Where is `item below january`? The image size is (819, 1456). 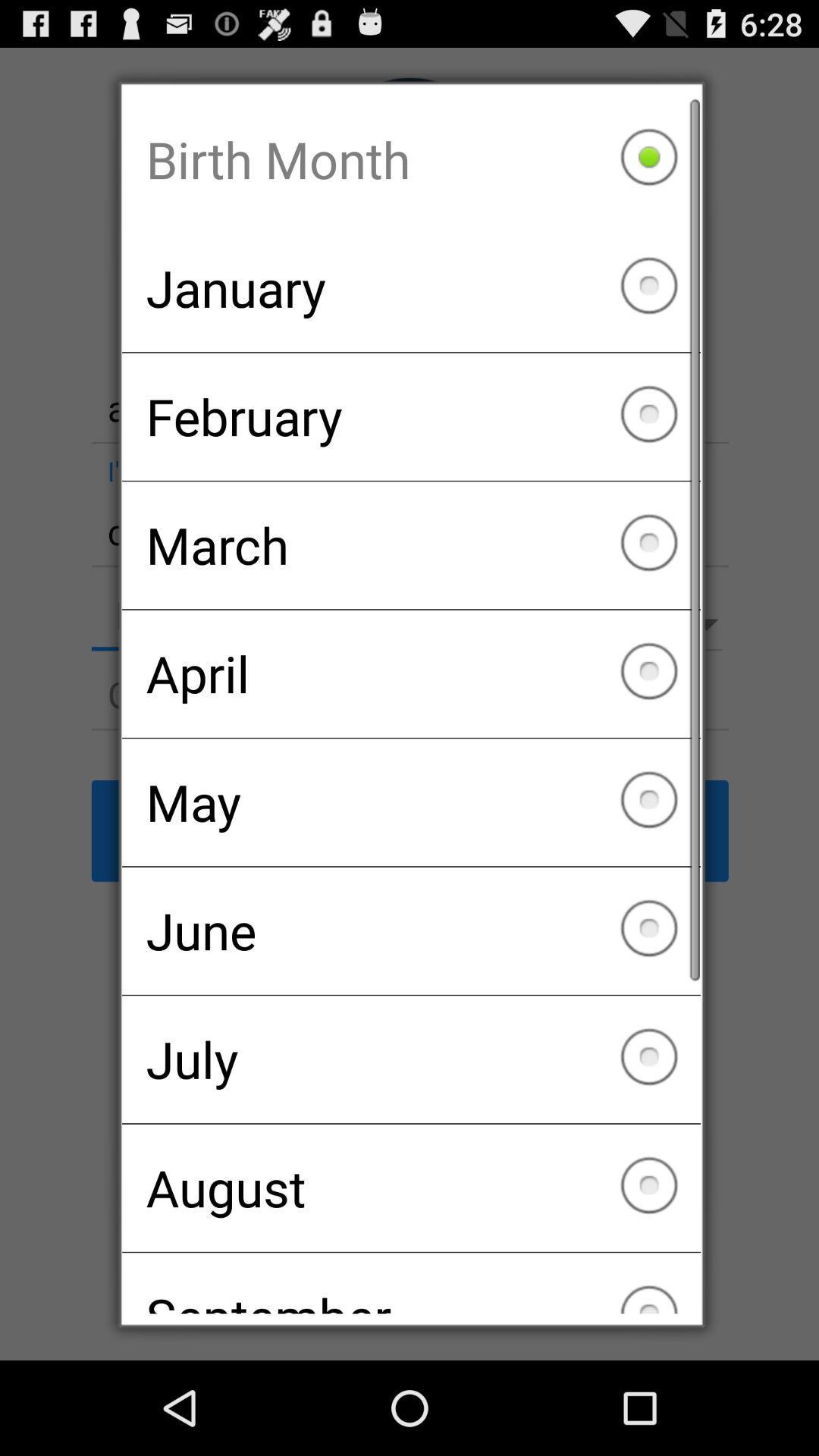 item below january is located at coordinates (411, 416).